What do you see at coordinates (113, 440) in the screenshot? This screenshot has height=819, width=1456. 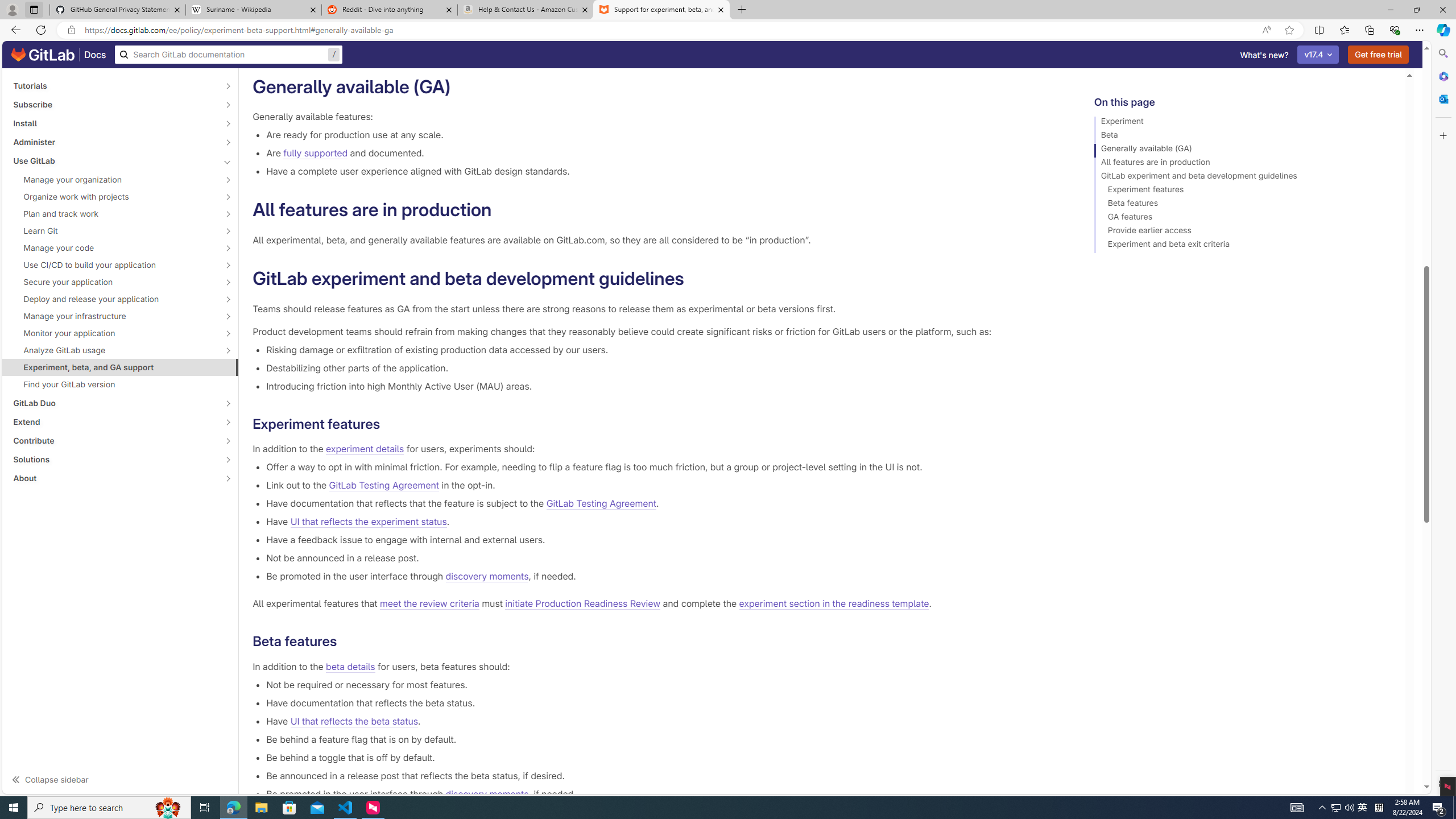 I see `'Contribute'` at bounding box center [113, 440].